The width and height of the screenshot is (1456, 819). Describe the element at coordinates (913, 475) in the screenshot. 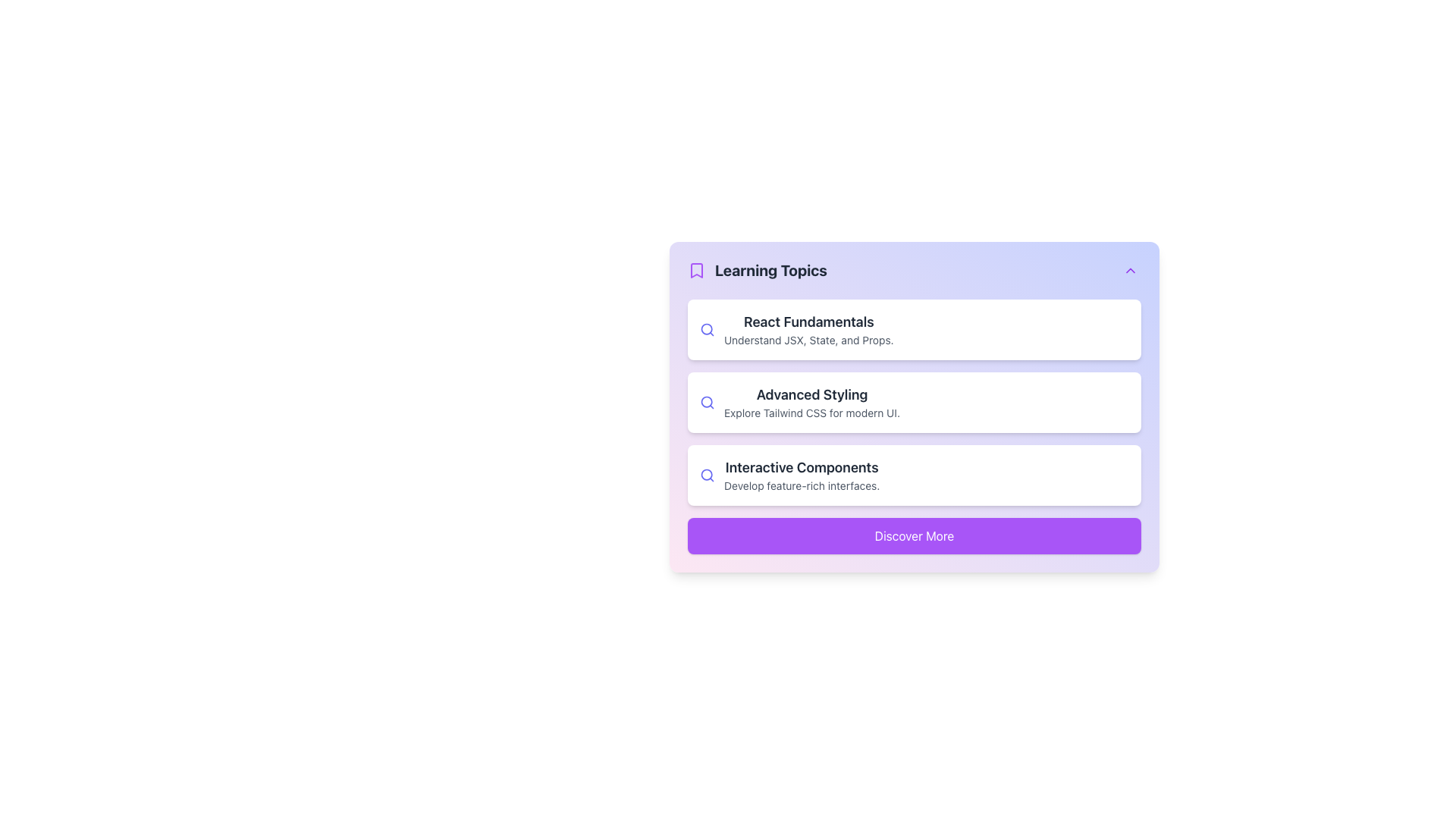

I see `the Informational card that is the third item in a vertical list, positioned below the 'Advanced Styling' card and above the 'Discover More' button` at that location.